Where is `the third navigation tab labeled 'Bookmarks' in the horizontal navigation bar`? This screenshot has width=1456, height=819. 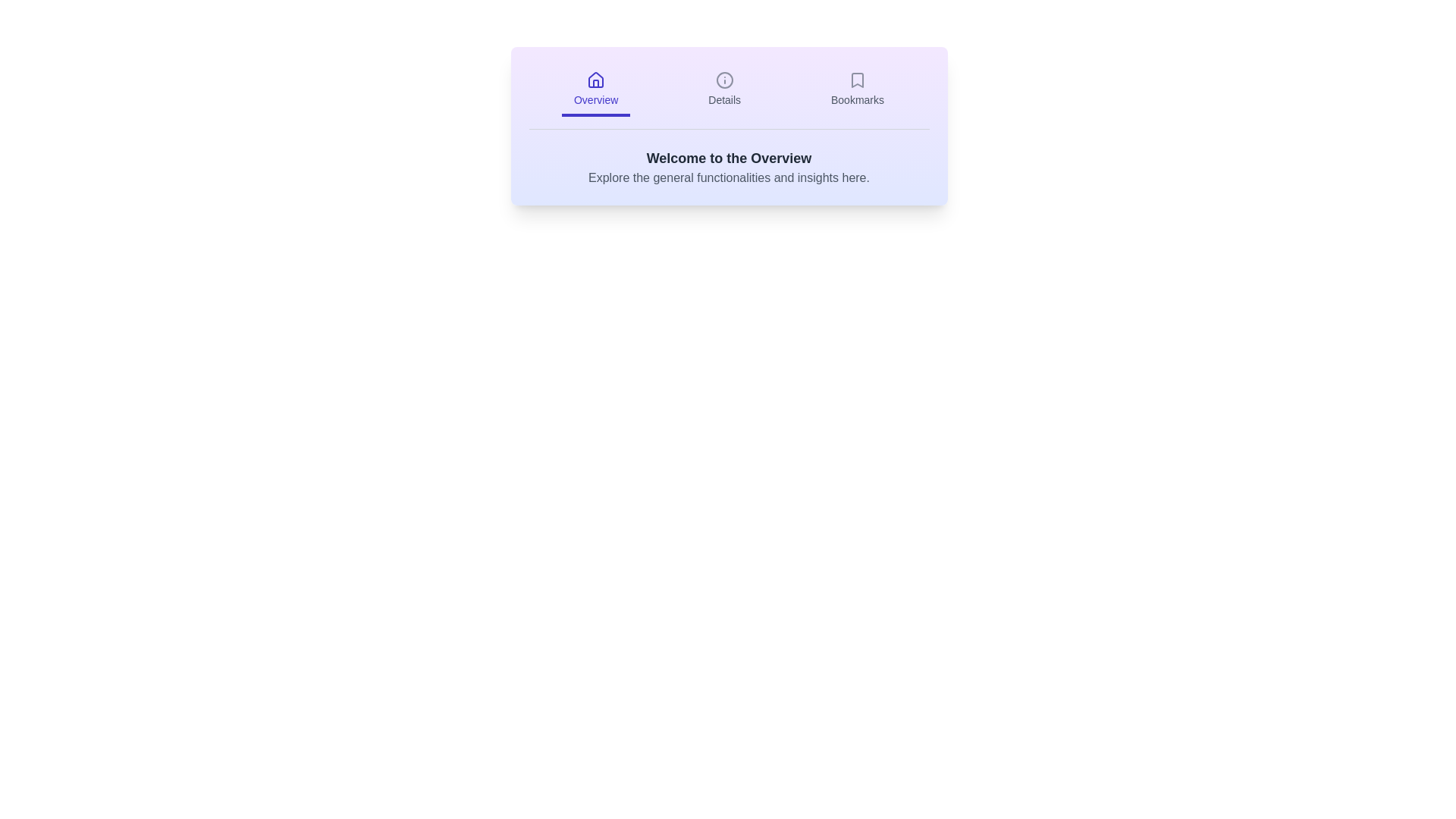
the third navigation tab labeled 'Bookmarks' in the horizontal navigation bar is located at coordinates (858, 90).